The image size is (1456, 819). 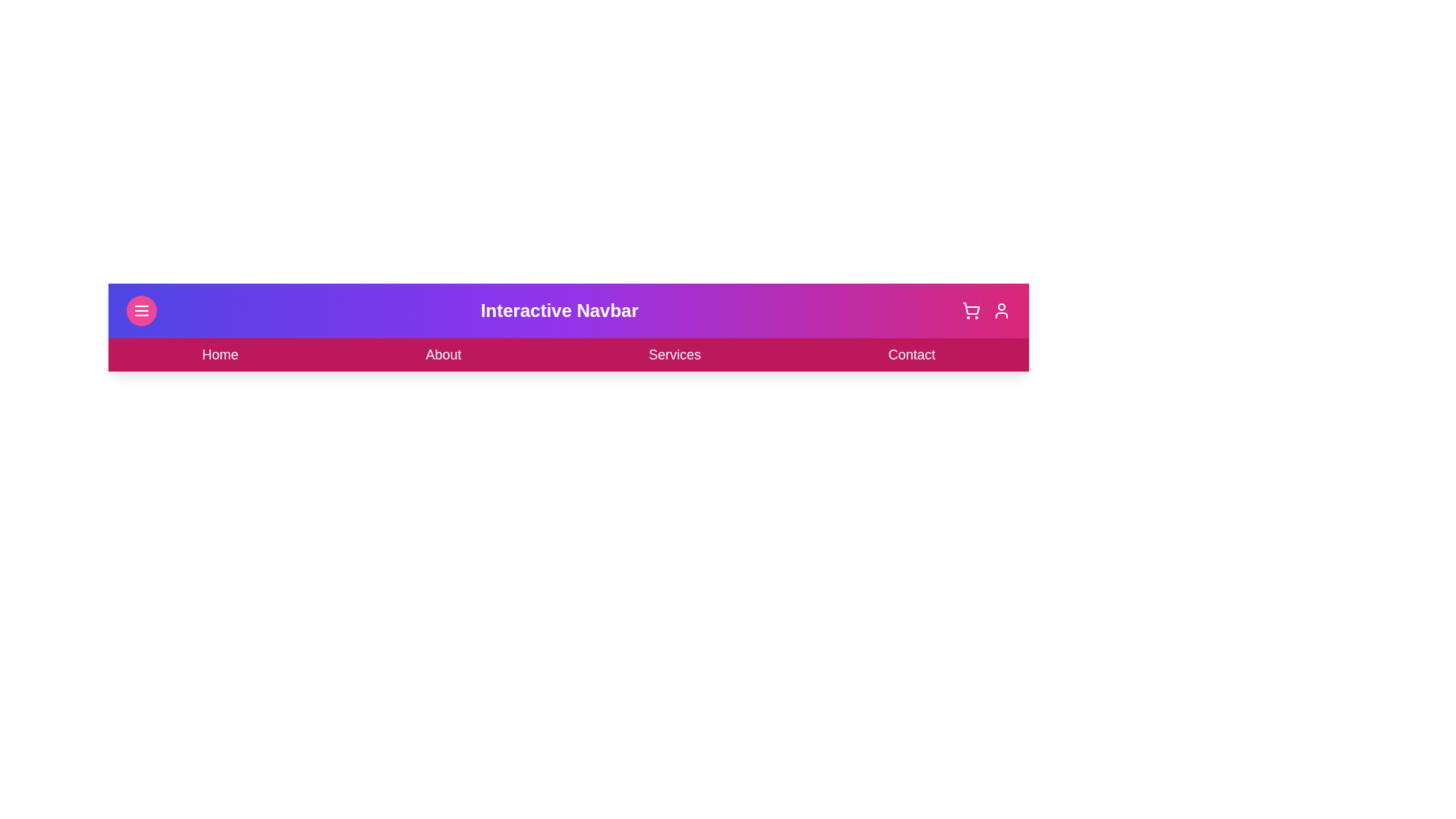 I want to click on the gradient header background to inspect it, so click(x=567, y=327).